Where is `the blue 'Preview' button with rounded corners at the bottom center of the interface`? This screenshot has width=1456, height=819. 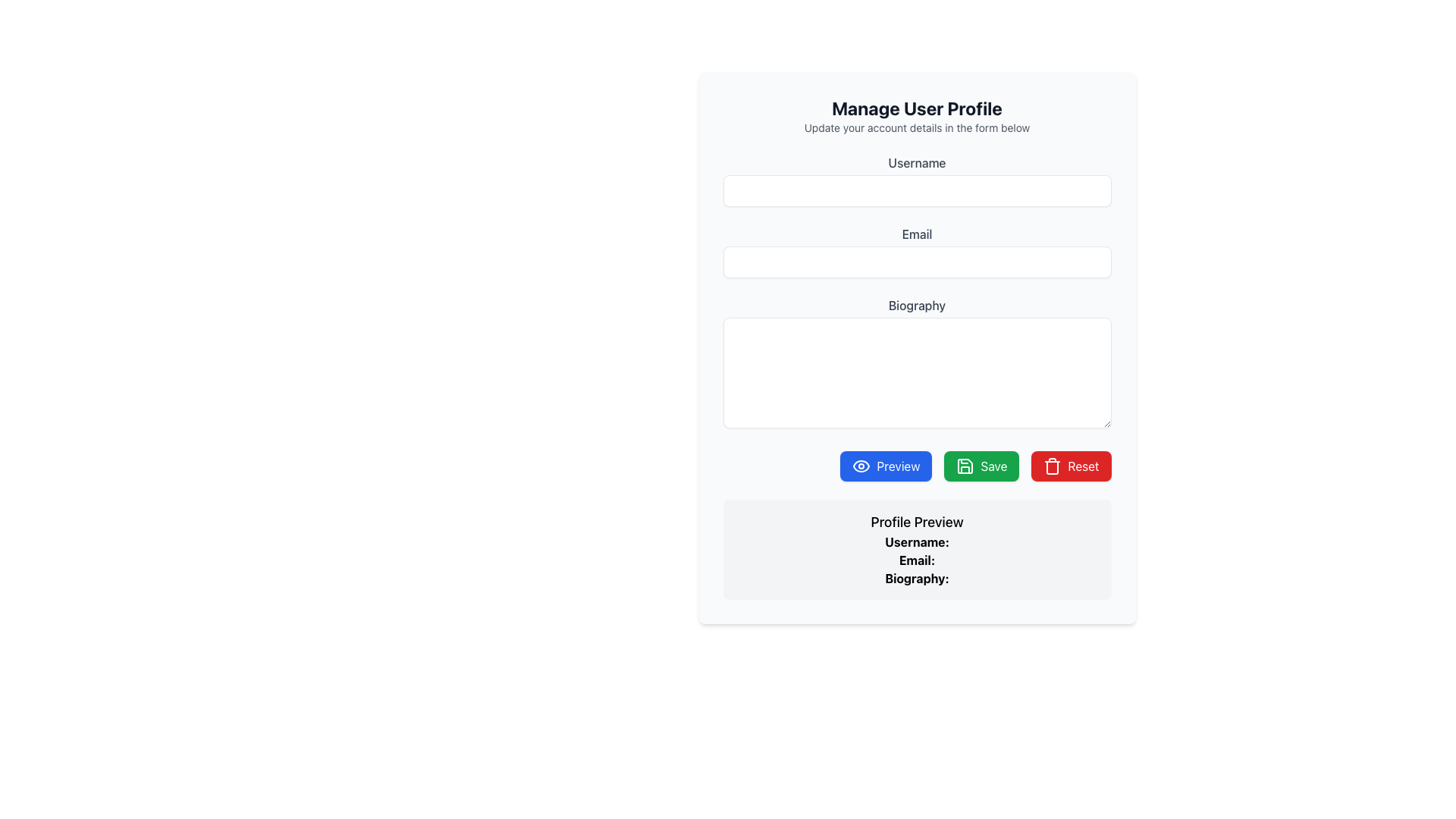
the blue 'Preview' button with rounded corners at the bottom center of the interface is located at coordinates (886, 465).